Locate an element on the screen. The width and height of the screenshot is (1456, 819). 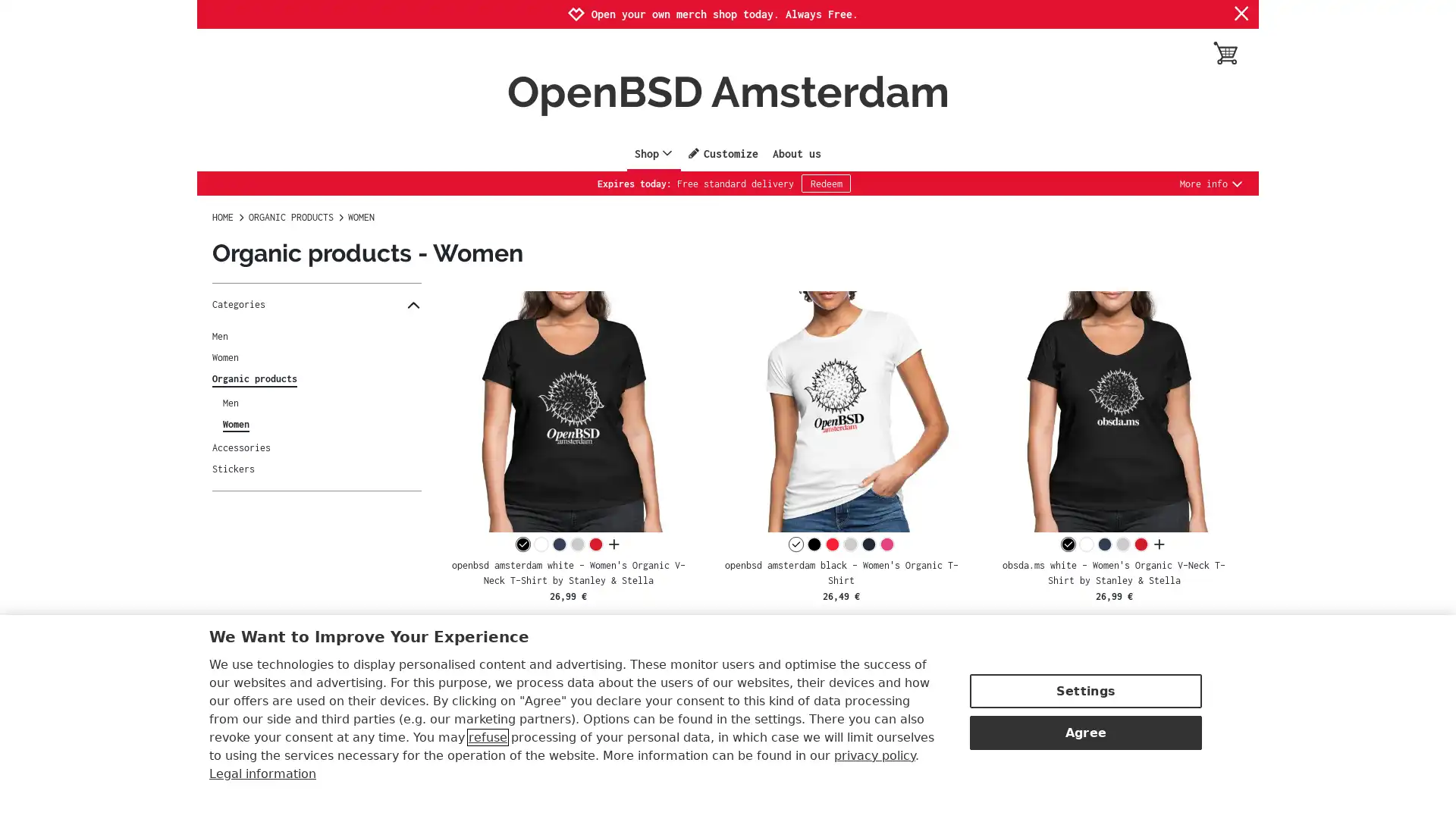
Redeem is located at coordinates (825, 183).